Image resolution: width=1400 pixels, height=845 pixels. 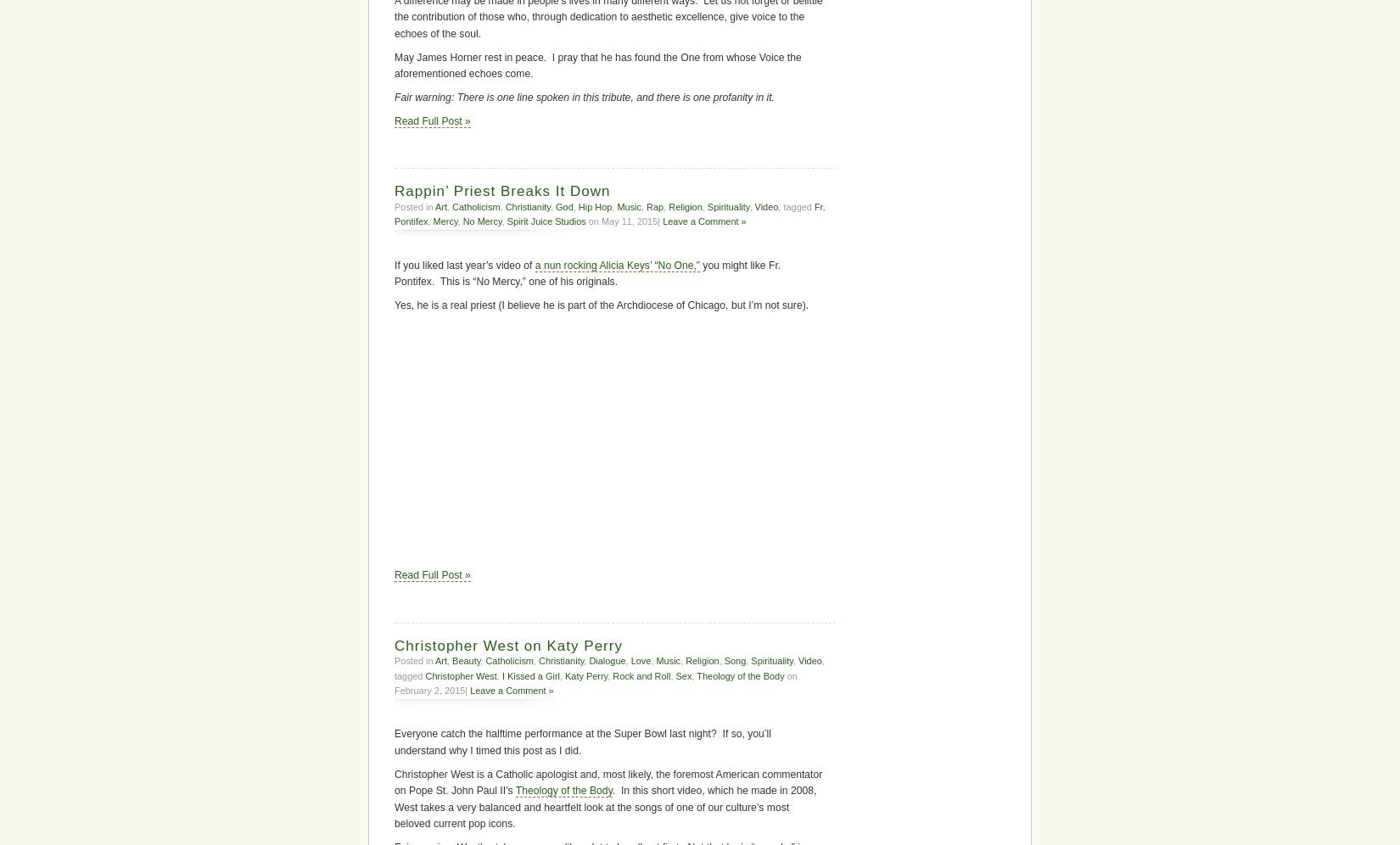 What do you see at coordinates (501, 674) in the screenshot?
I see `'I Kissed a Girl'` at bounding box center [501, 674].